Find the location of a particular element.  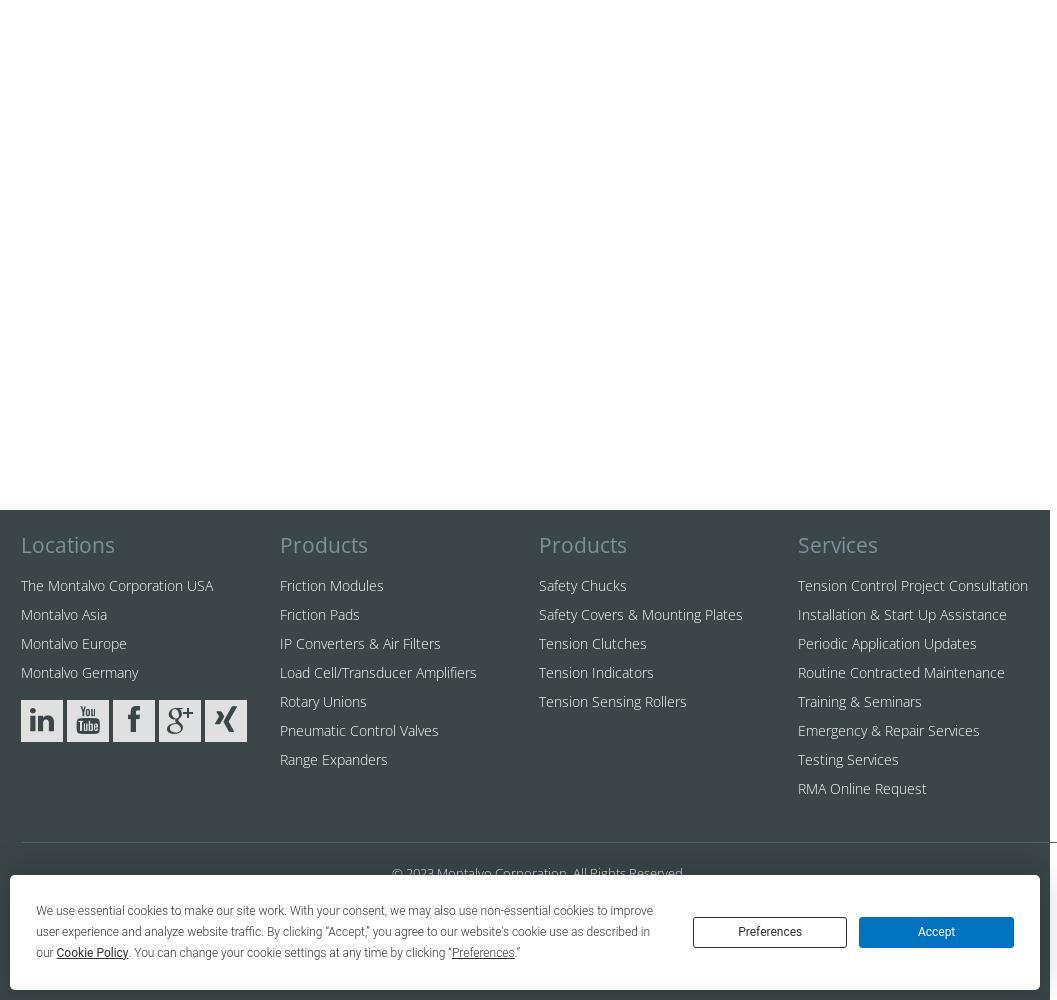

'The Montalvo Corporation USA' is located at coordinates (116, 584).